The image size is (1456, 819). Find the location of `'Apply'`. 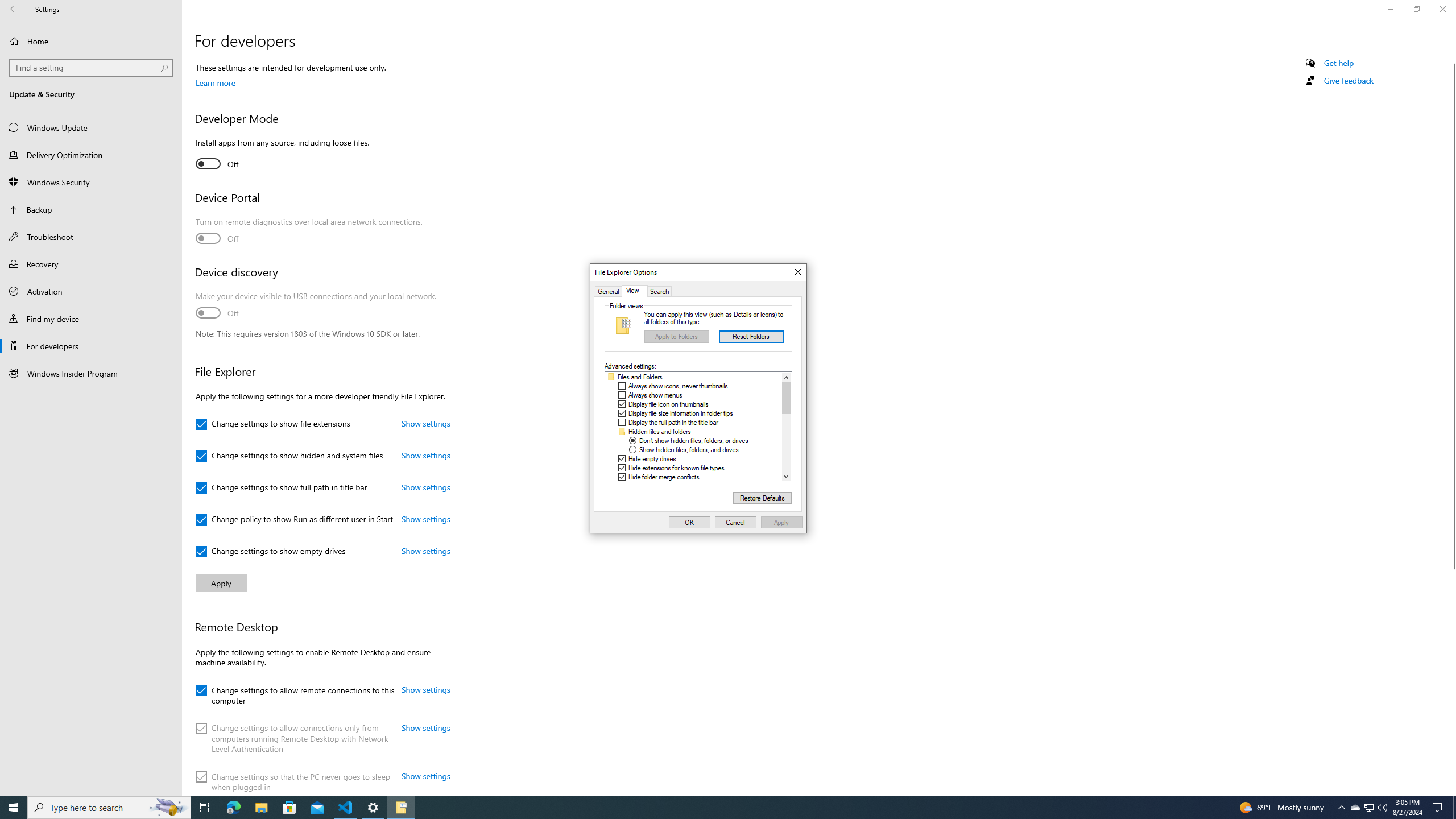

'Apply' is located at coordinates (781, 522).